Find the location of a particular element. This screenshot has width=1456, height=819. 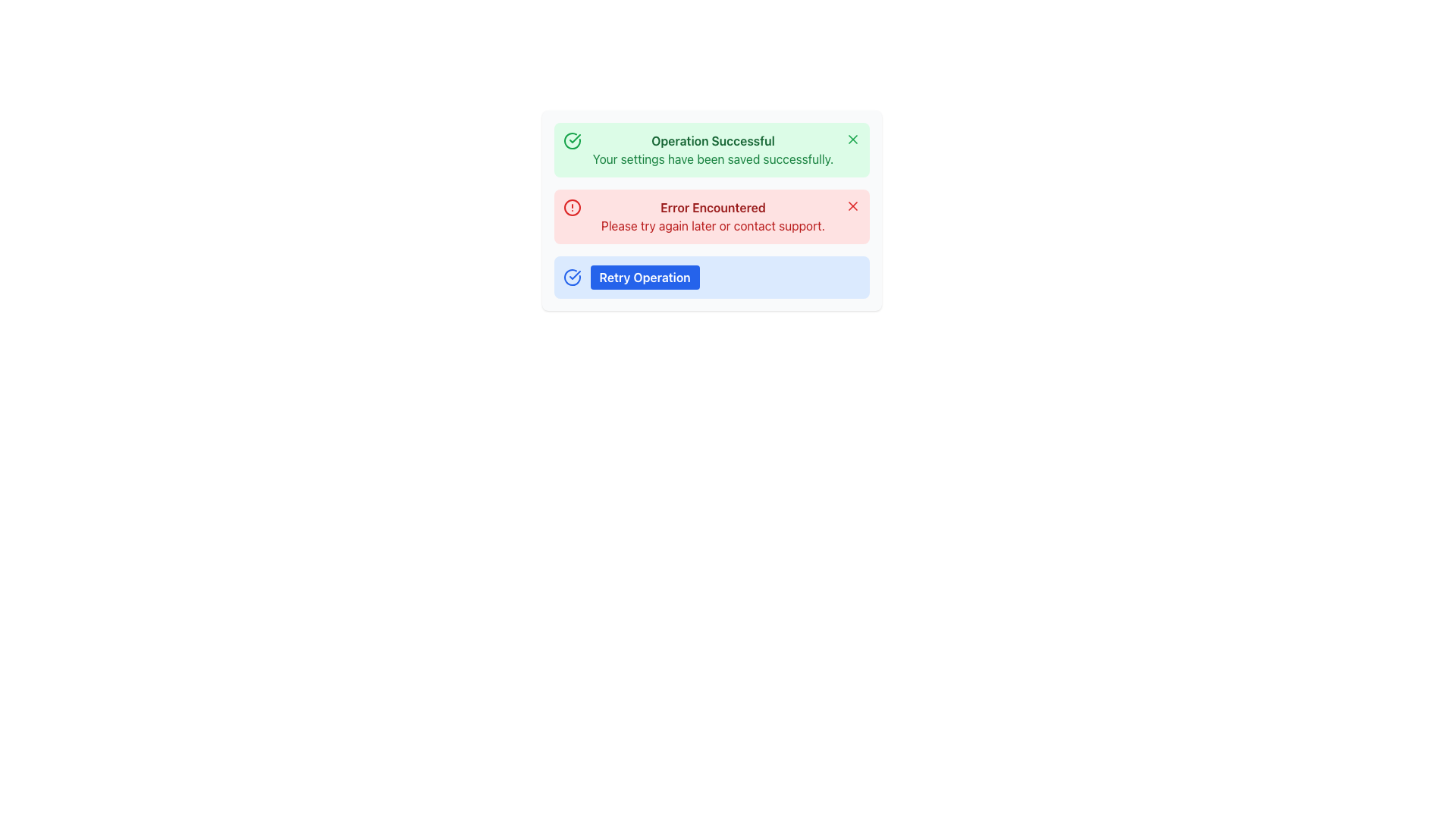

the success icon located at the top-left corner of the green notification box, adjacent to the title 'Operation Successful' is located at coordinates (571, 140).